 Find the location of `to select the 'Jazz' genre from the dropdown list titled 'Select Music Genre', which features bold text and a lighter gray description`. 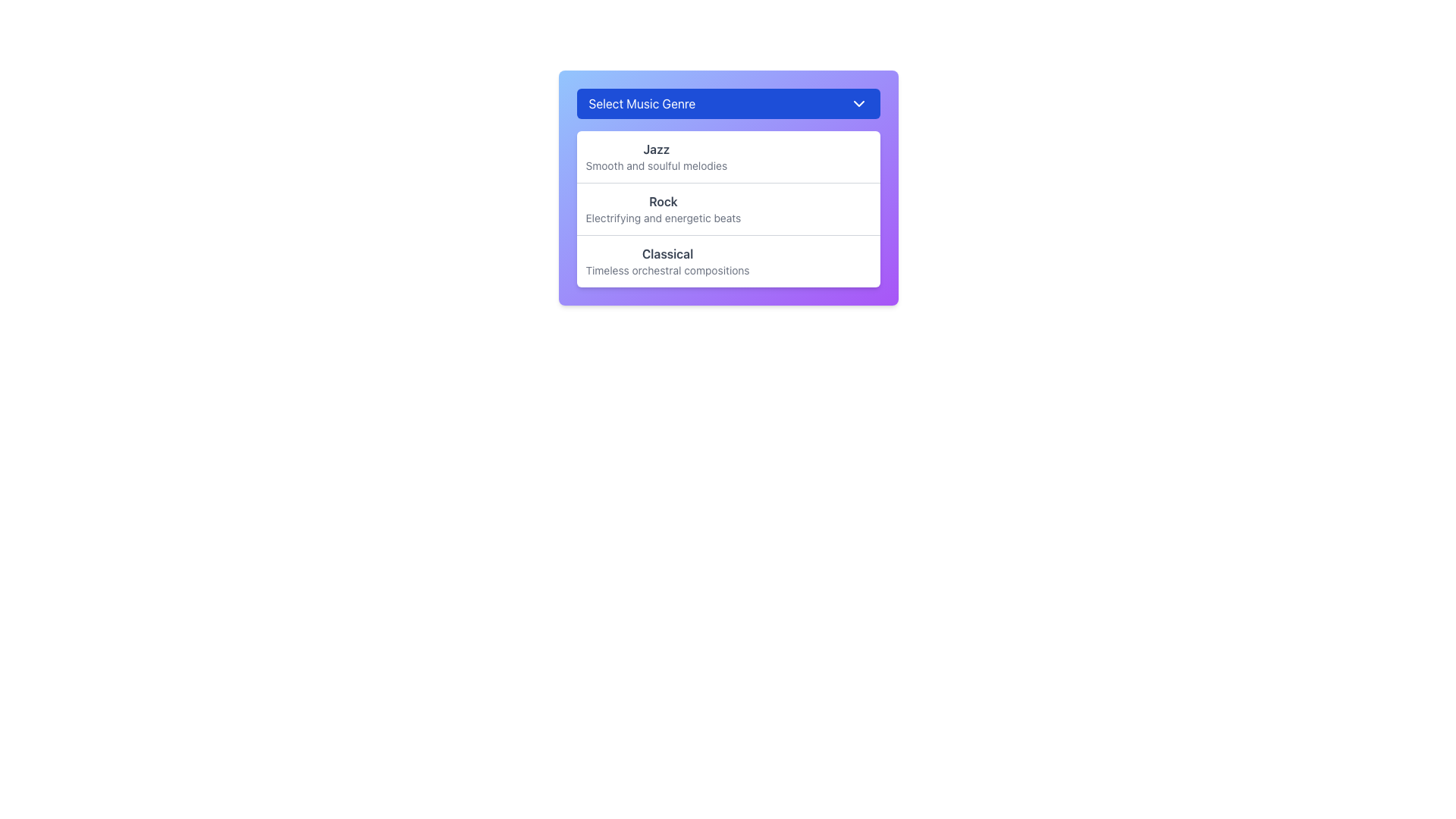

to select the 'Jazz' genre from the dropdown list titled 'Select Music Genre', which features bold text and a lighter gray description is located at coordinates (656, 157).